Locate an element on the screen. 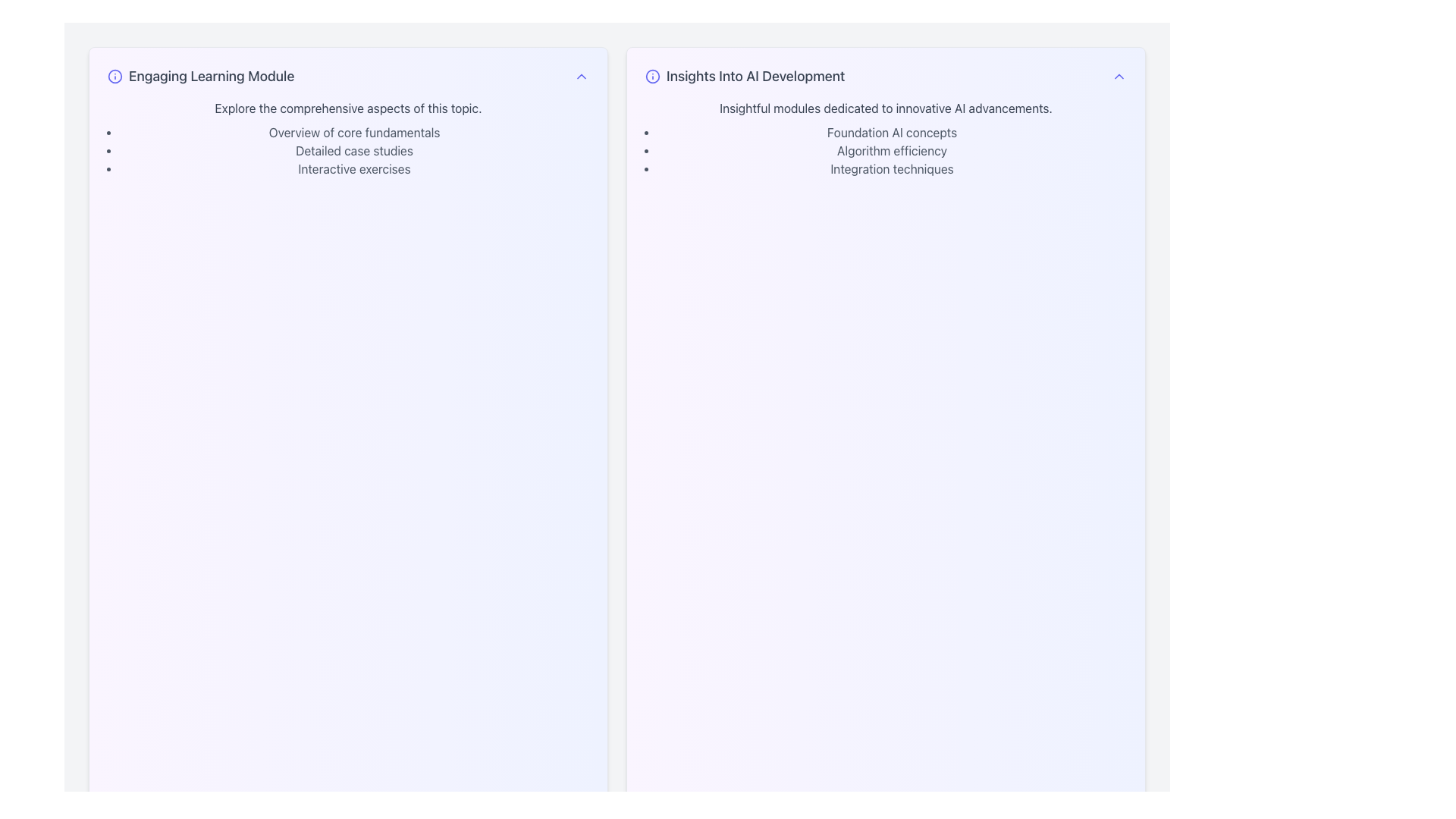  the introductory summary text element located directly below the section header for 'Insights Into AI Development' is located at coordinates (886, 107).